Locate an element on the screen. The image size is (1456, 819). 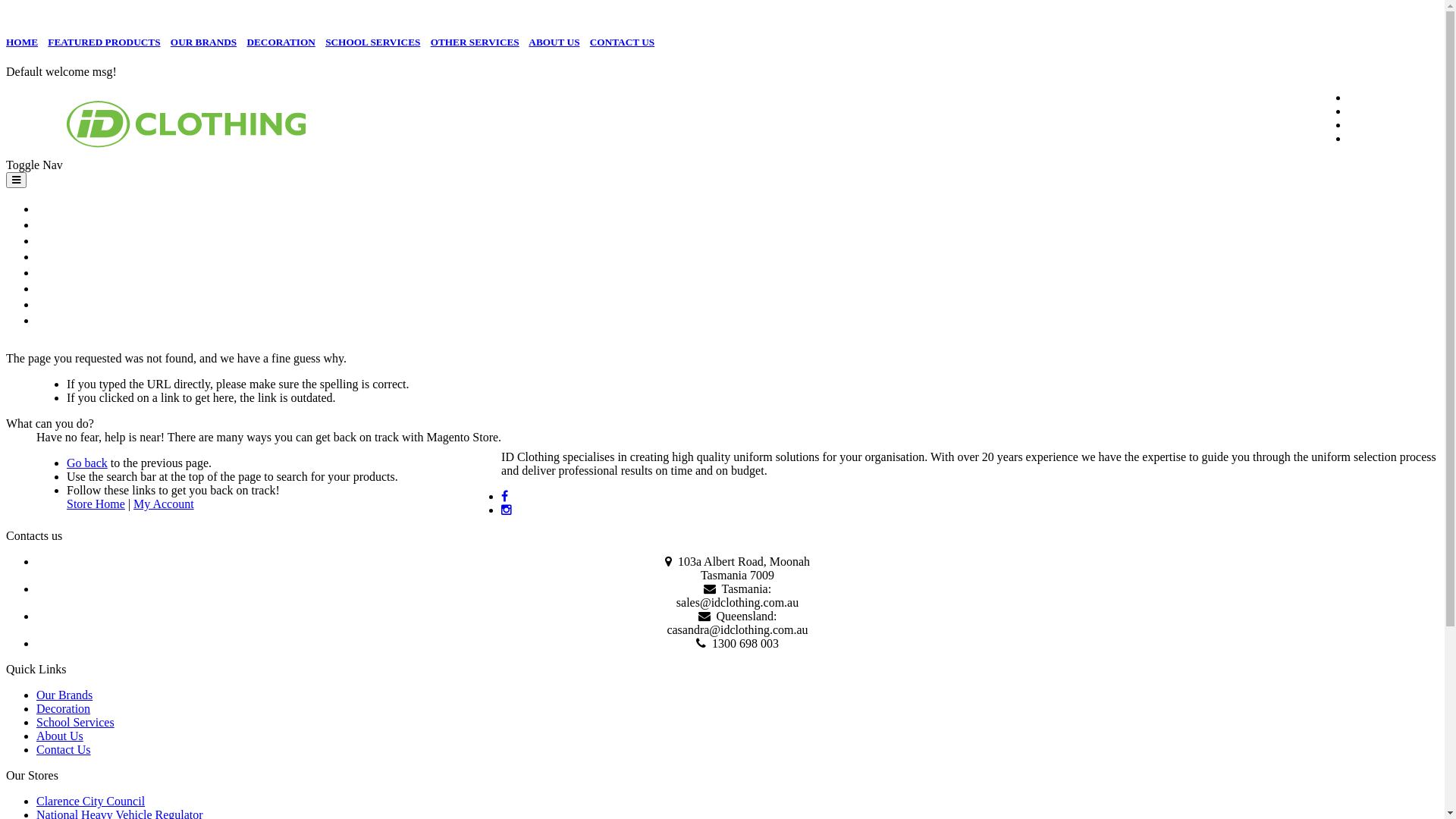
'Our Brands' is located at coordinates (64, 695).